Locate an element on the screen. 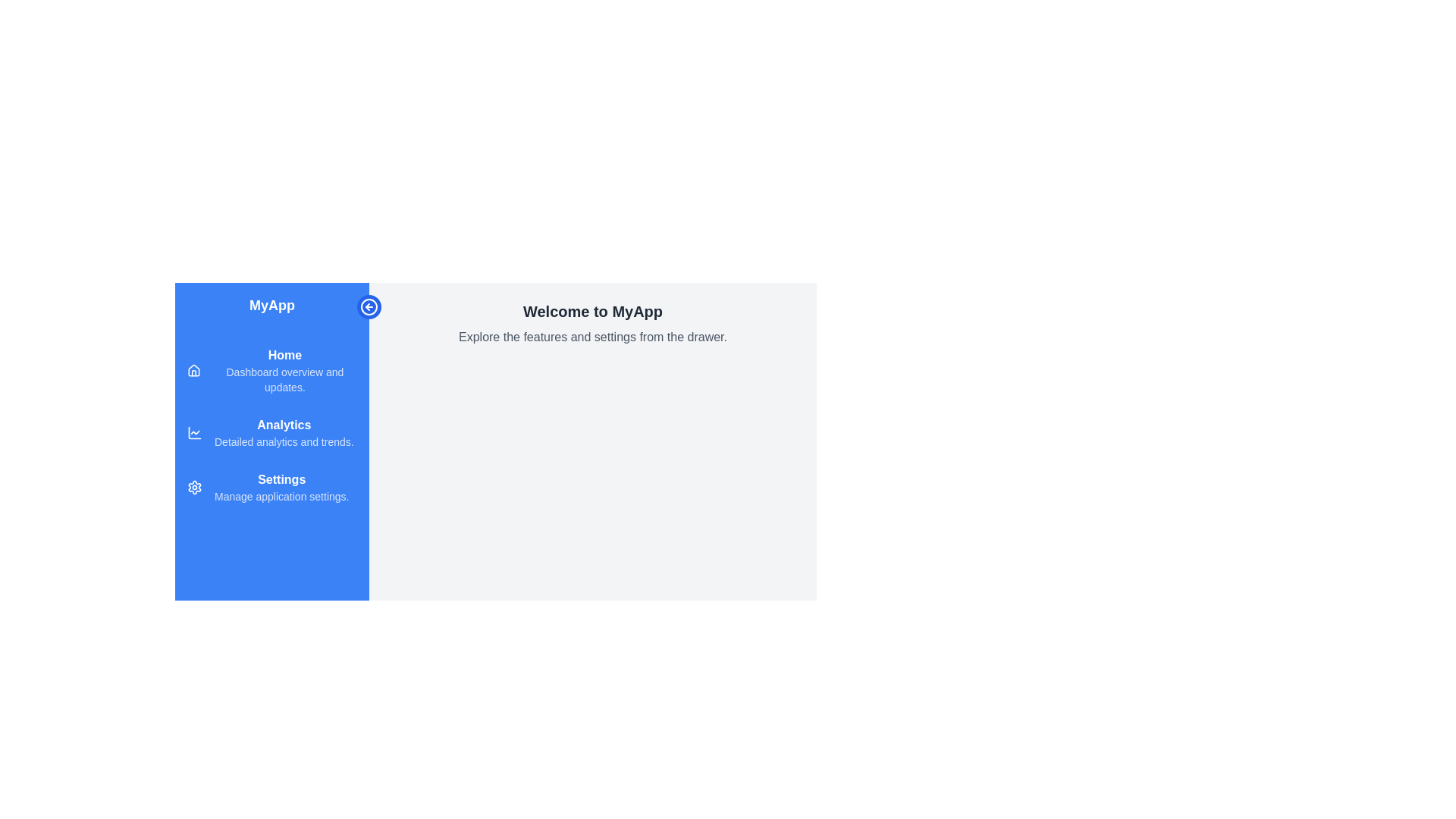 The image size is (1456, 819). the menu item Settings to view its hover effect is located at coordinates (272, 488).